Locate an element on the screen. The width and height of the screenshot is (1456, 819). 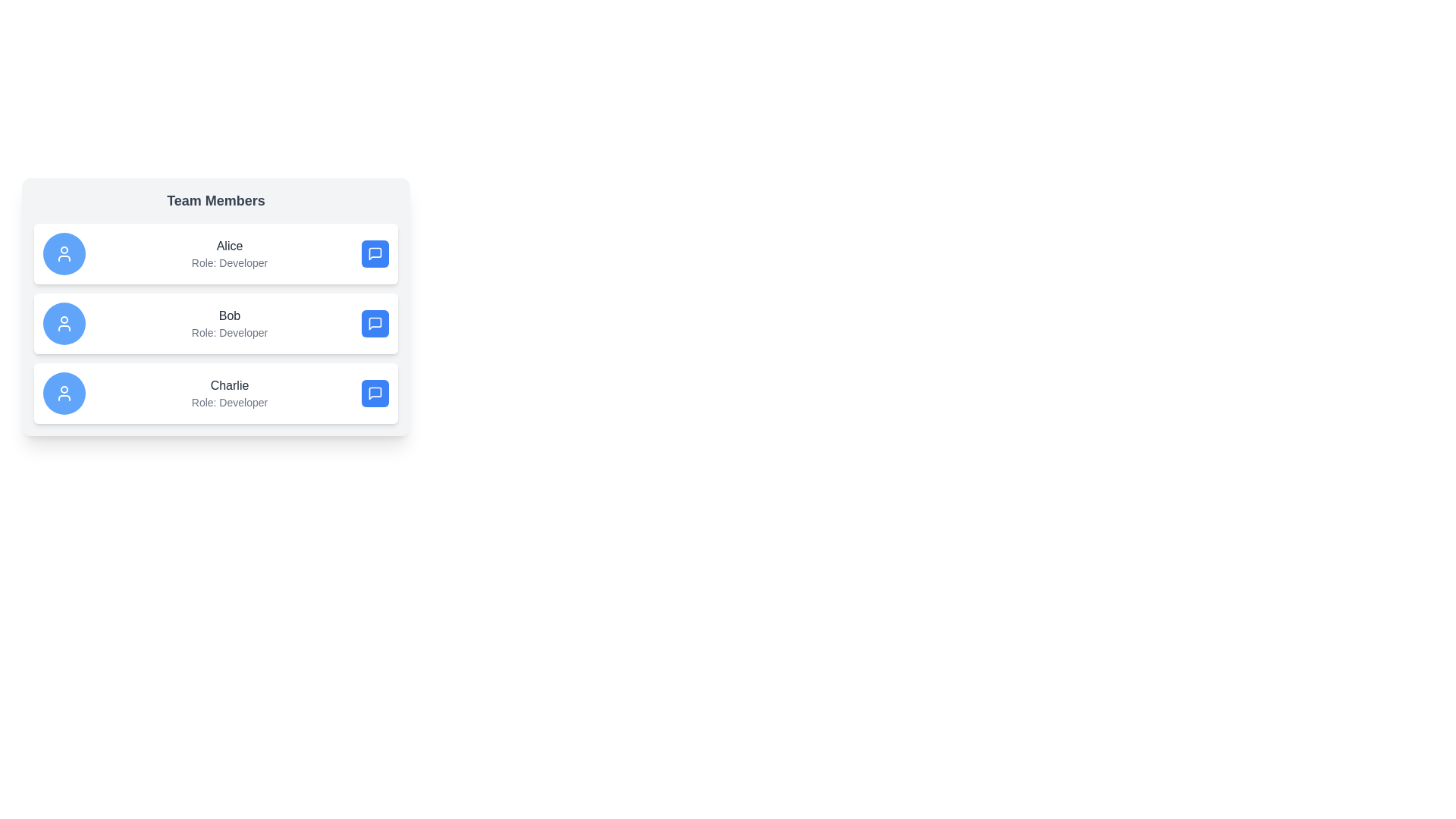
the button associated with user 'Charlie' in the third row of the 'Team Members' list to initiate an action is located at coordinates (375, 393).